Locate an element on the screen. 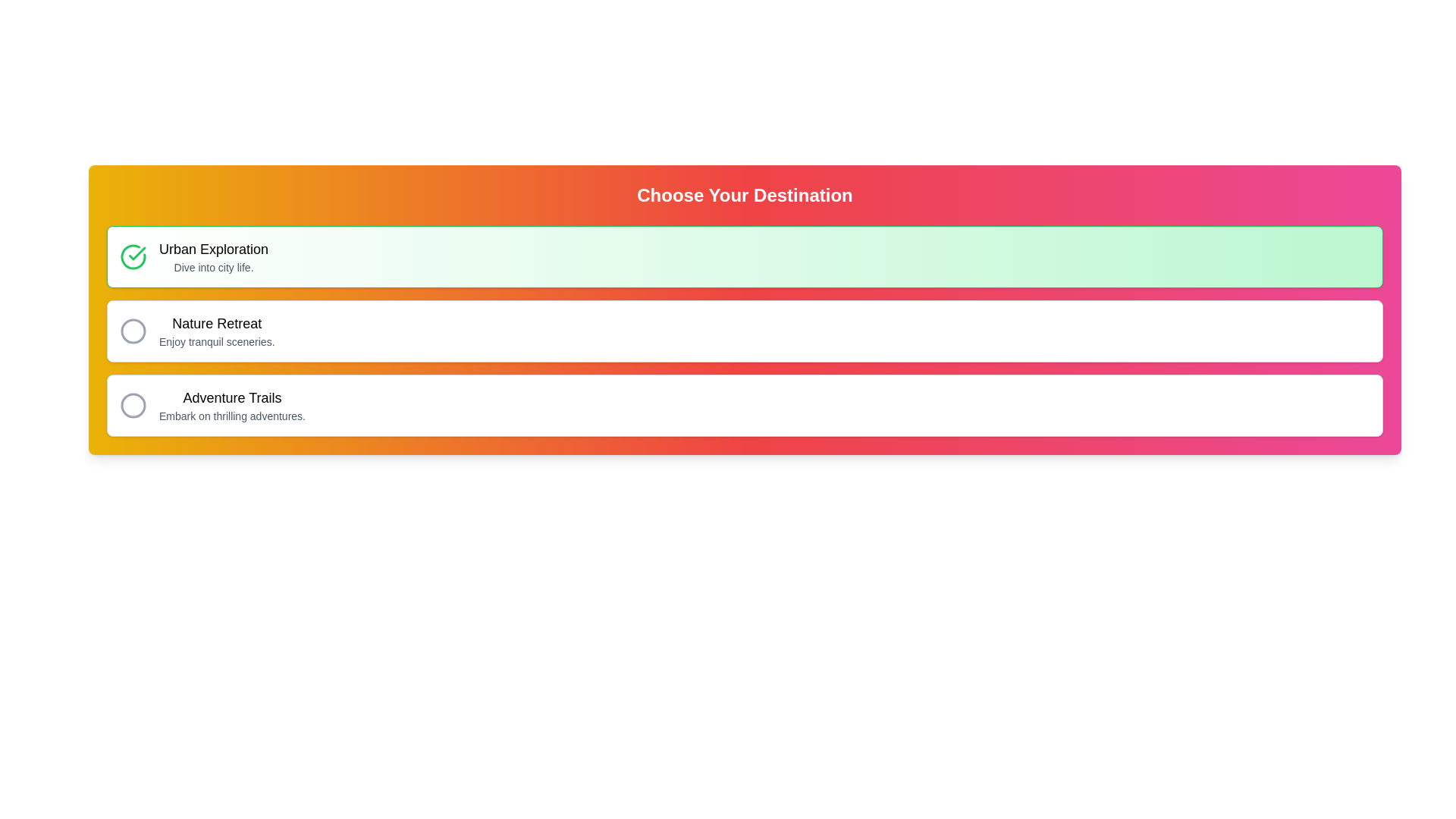 This screenshot has height=819, width=1456. the title text of the third list item, which describes an item from the list and precedes the description 'Embark on thrilling adventures.' is located at coordinates (231, 397).